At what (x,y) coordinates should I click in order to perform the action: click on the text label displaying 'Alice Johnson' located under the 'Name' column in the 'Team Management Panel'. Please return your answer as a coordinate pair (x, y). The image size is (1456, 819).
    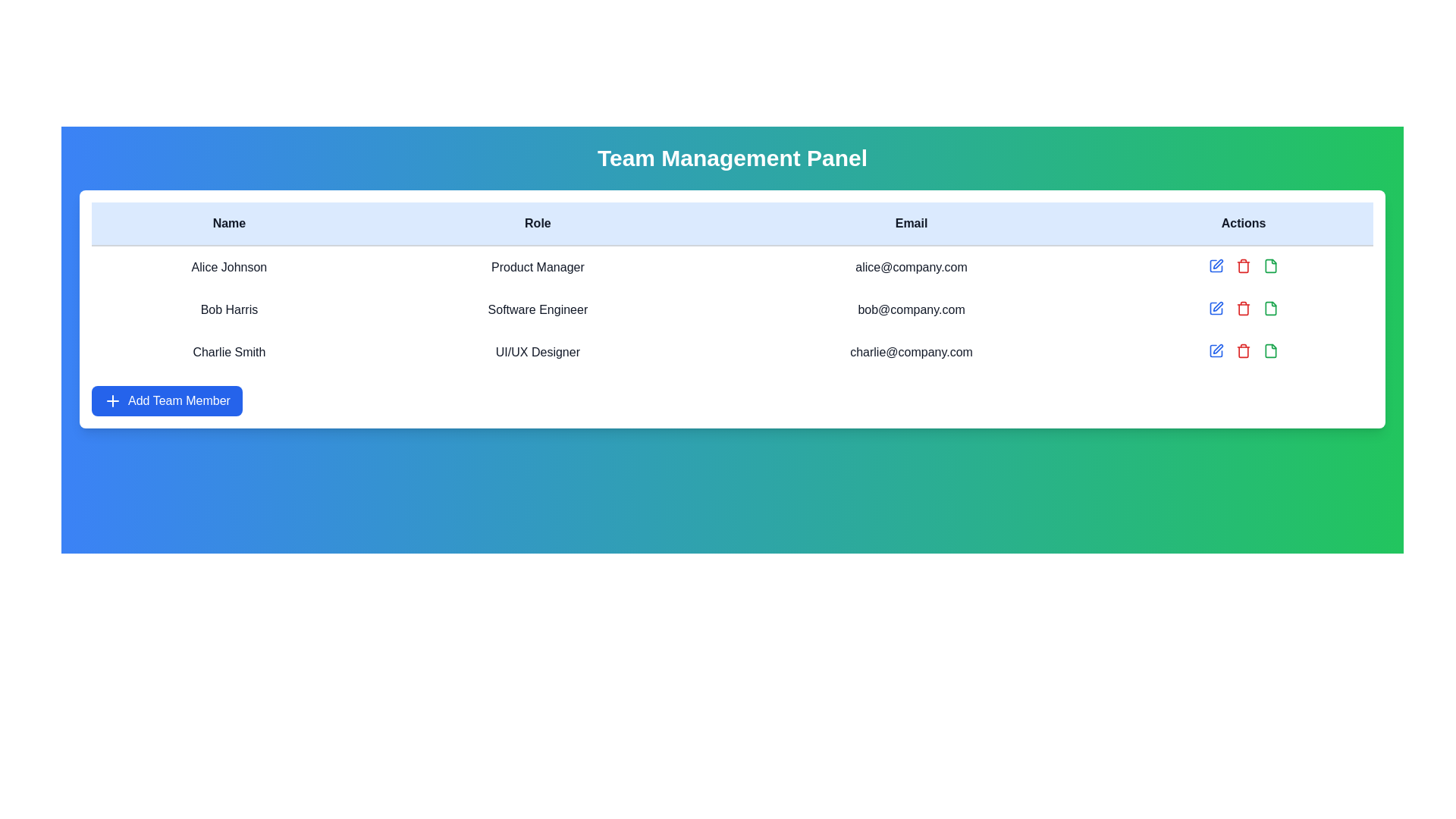
    Looking at the image, I should click on (228, 266).